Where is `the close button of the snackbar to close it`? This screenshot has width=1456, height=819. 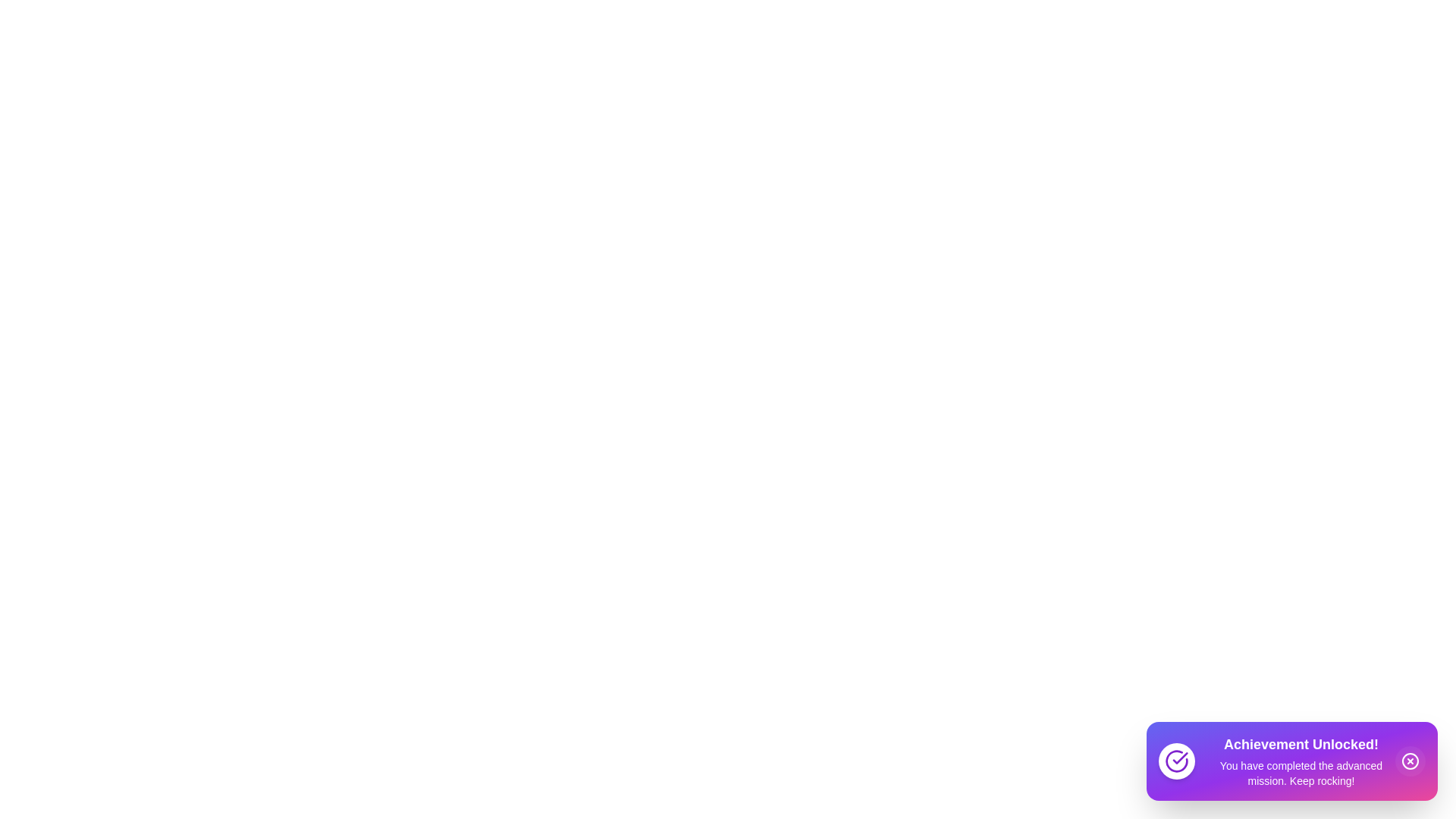 the close button of the snackbar to close it is located at coordinates (1410, 761).